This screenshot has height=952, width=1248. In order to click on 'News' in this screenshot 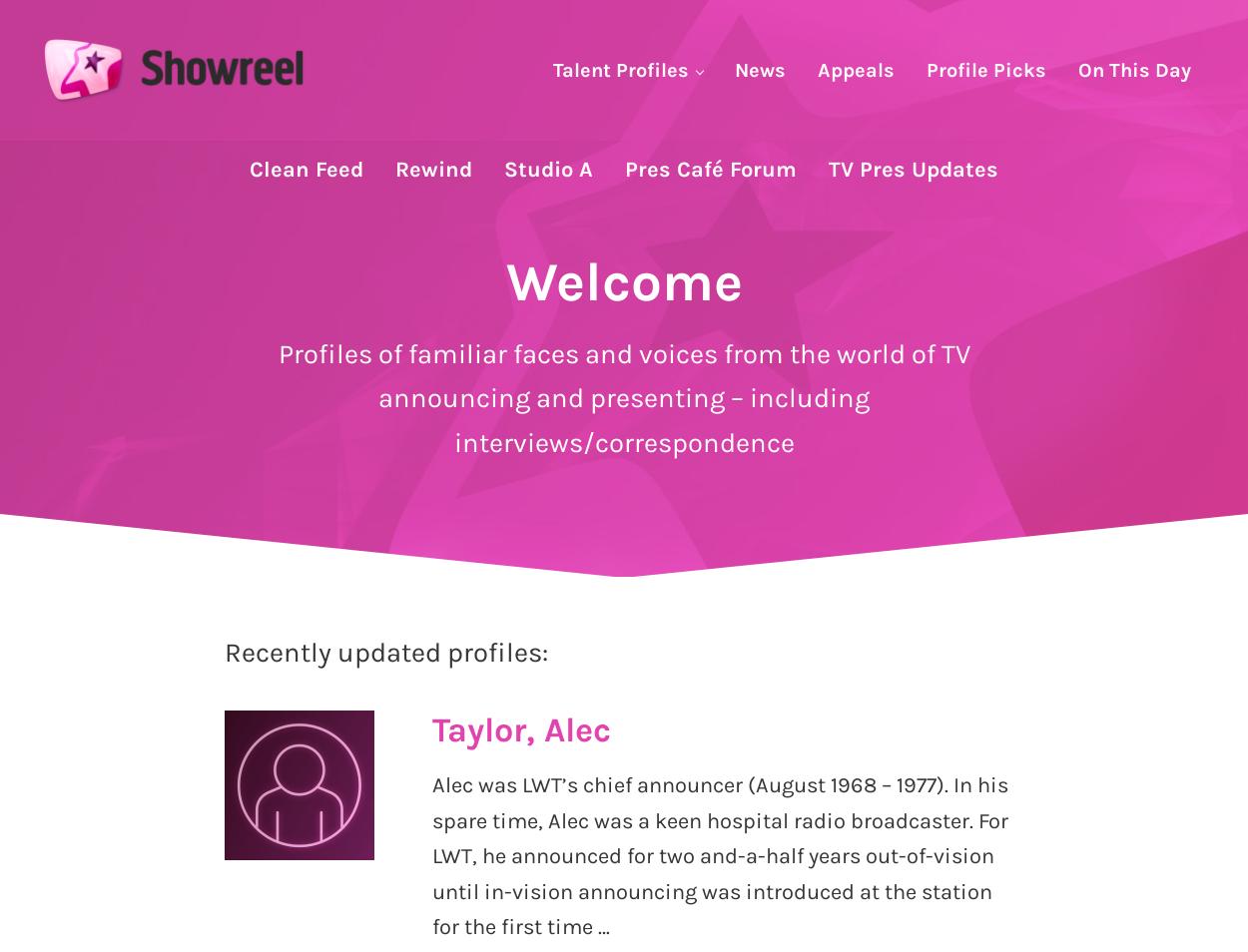, I will do `click(760, 68)`.